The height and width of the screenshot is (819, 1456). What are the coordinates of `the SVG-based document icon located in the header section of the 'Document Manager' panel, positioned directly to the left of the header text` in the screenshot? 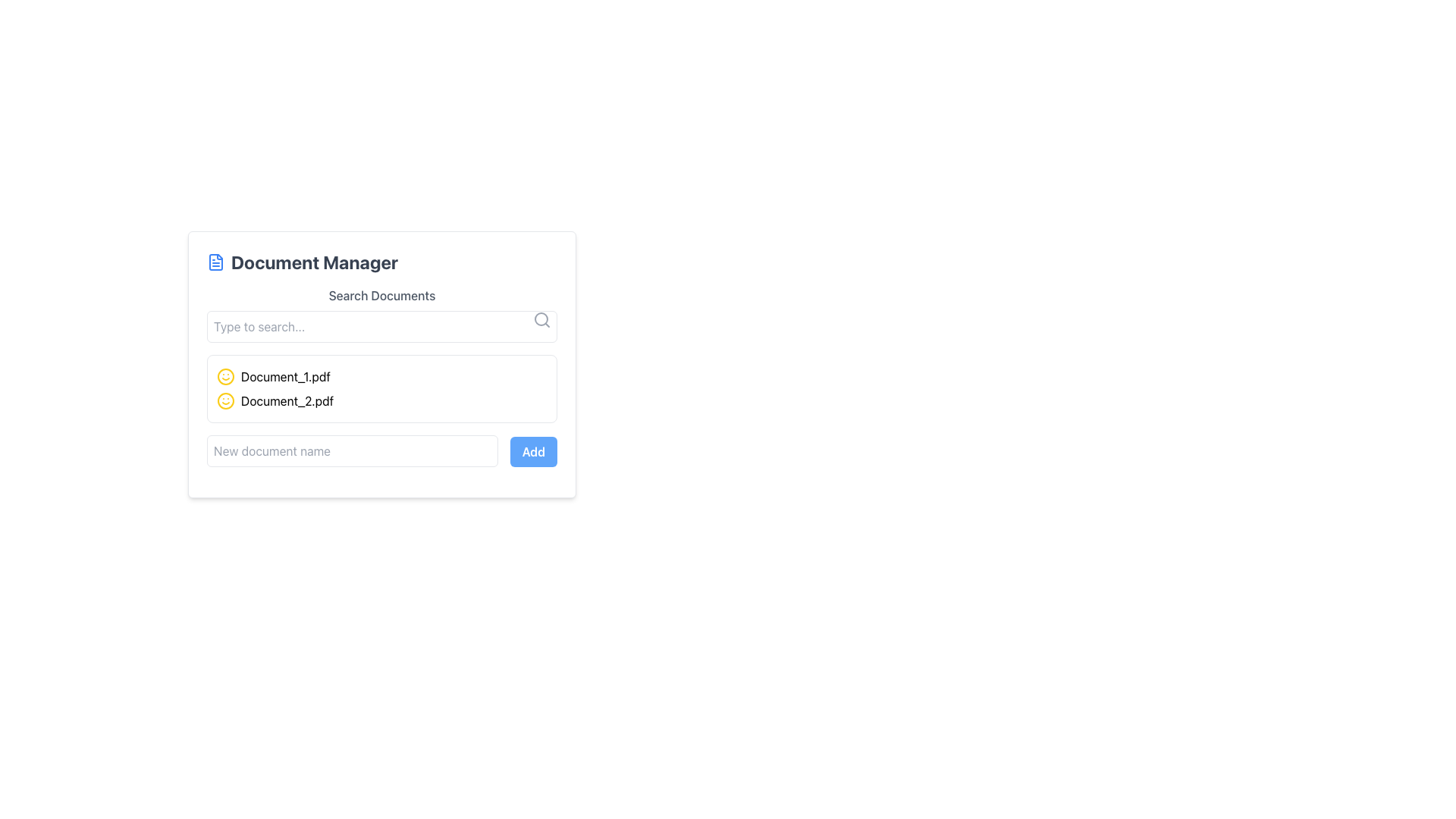 It's located at (215, 262).